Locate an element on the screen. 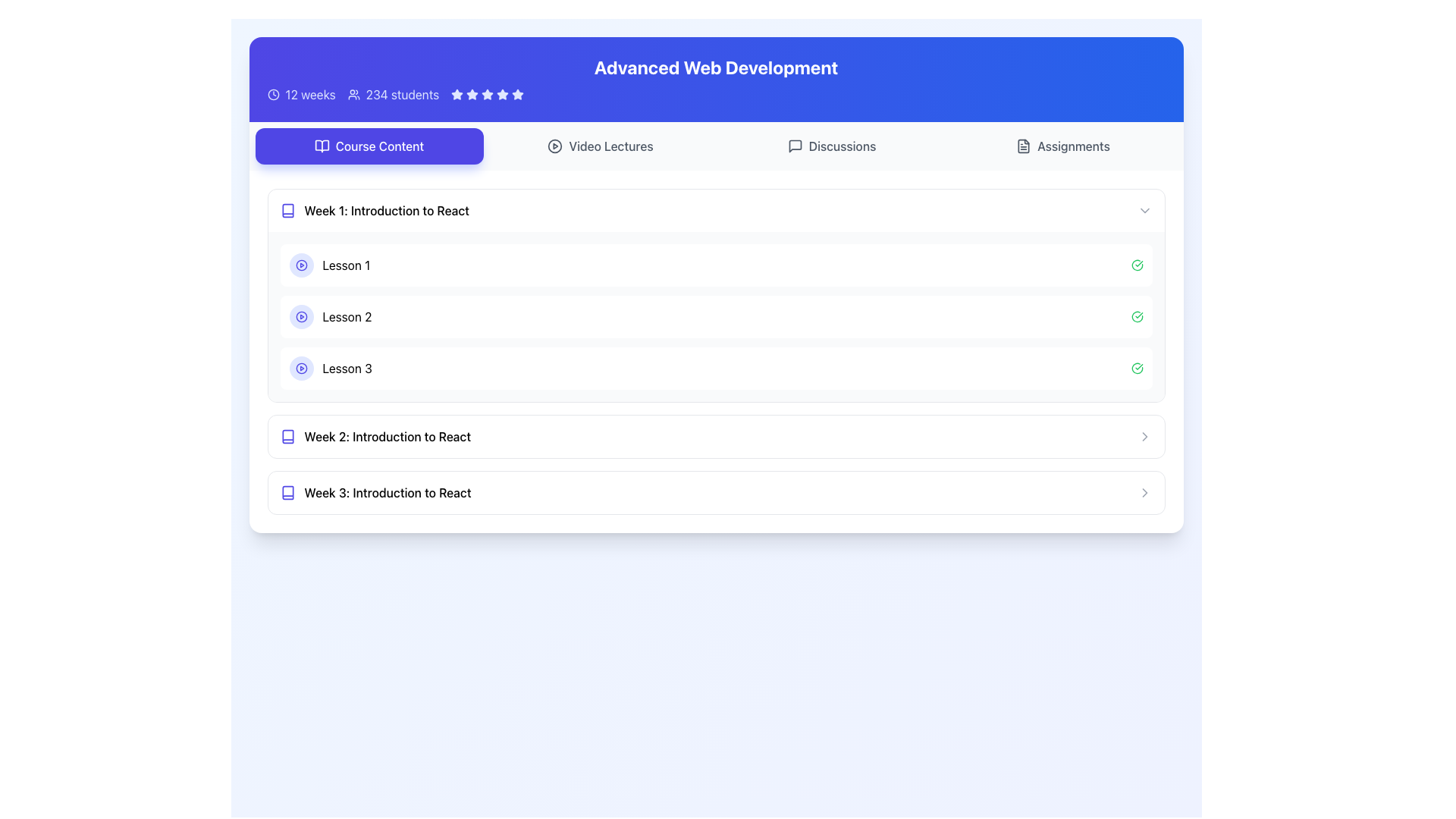 This screenshot has height=819, width=1456. the header labeled 'Week 3: Introduction to React' is located at coordinates (388, 493).